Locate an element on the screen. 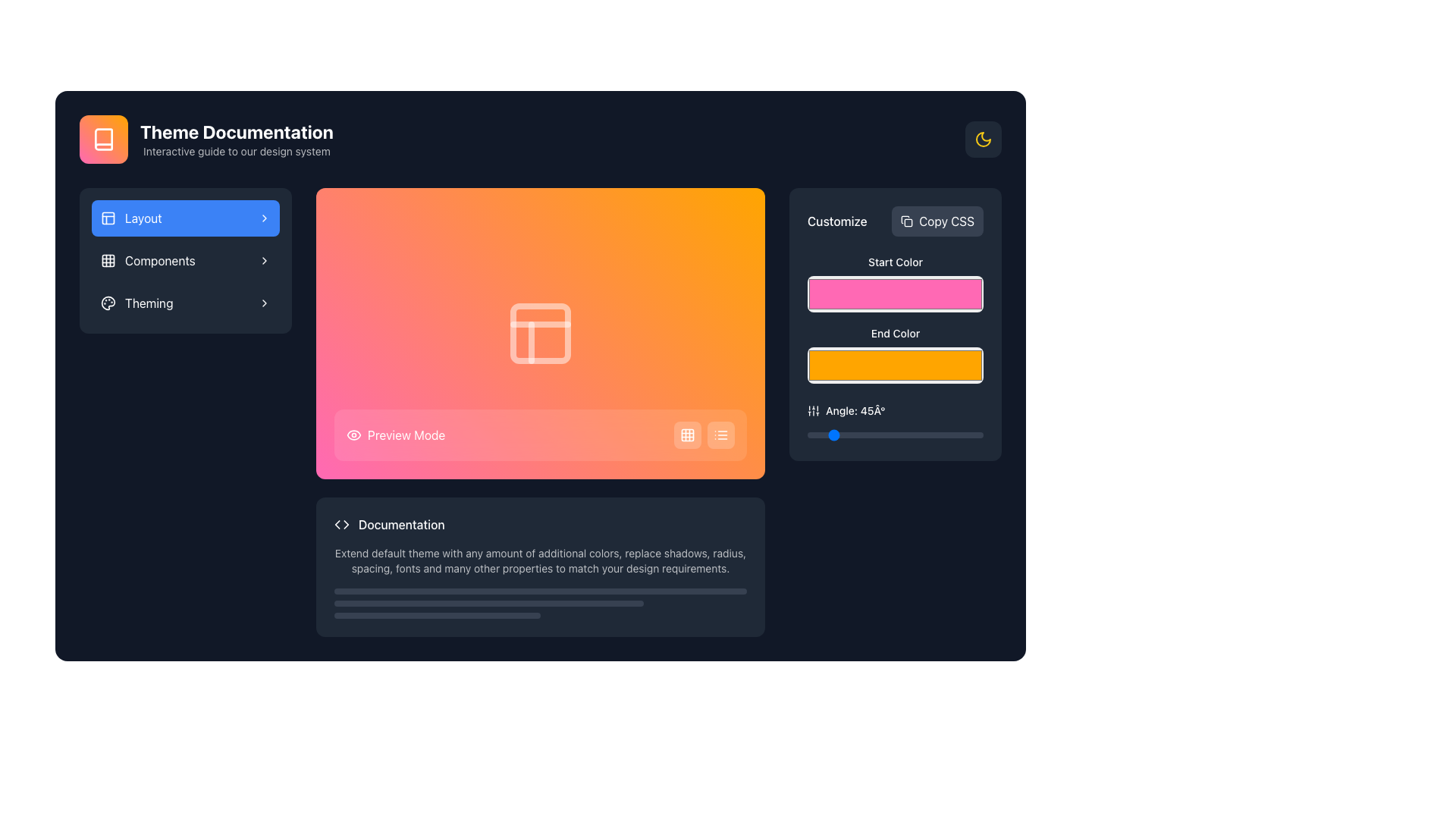 This screenshot has height=819, width=1456. the unique layout selection icon located in the center of the main gradient section of the interface is located at coordinates (541, 332).